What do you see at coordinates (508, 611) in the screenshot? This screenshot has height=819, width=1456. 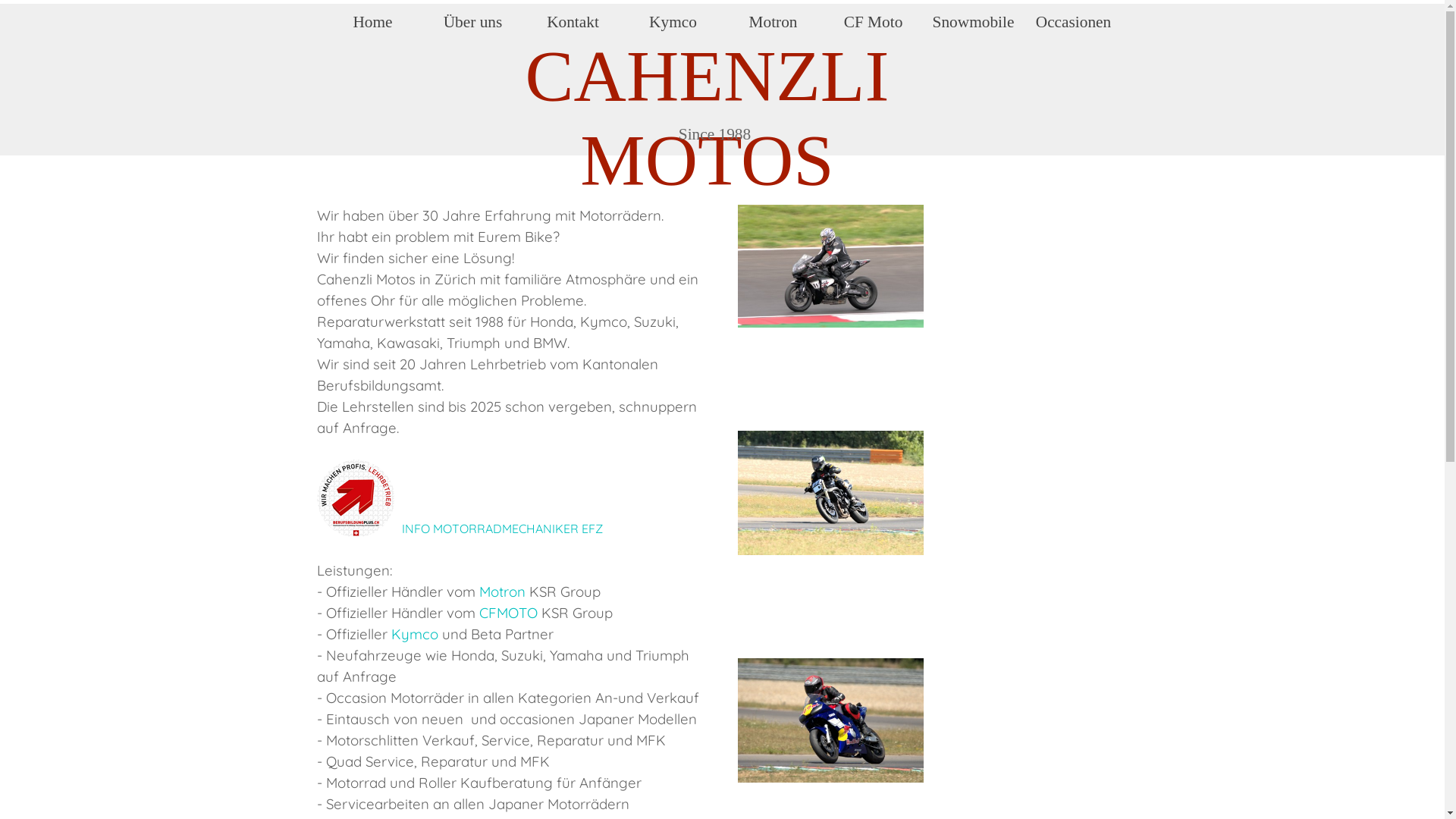 I see `'CFMOTO'` at bounding box center [508, 611].